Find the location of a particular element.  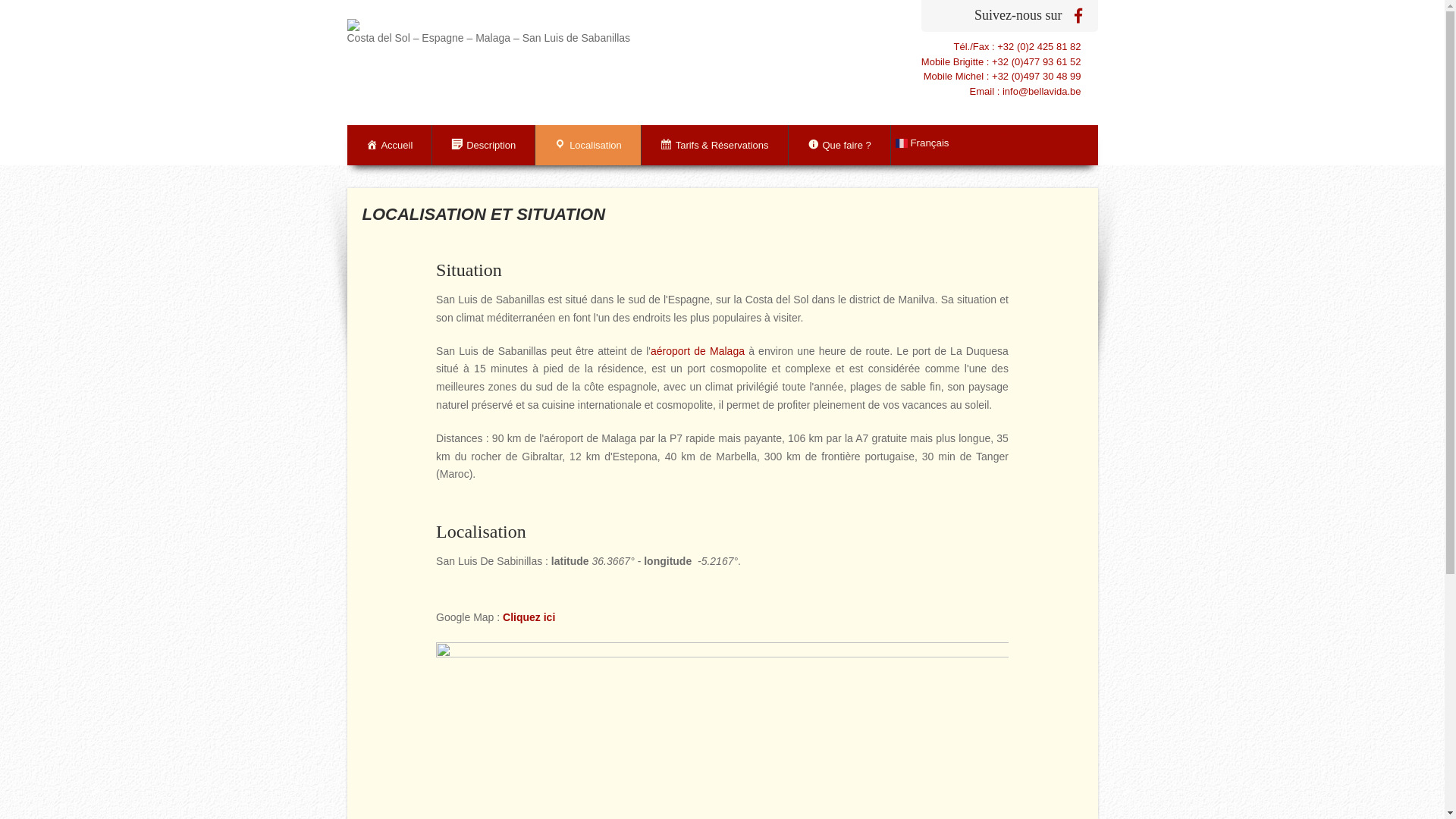

'Cliquez ici' is located at coordinates (529, 617).